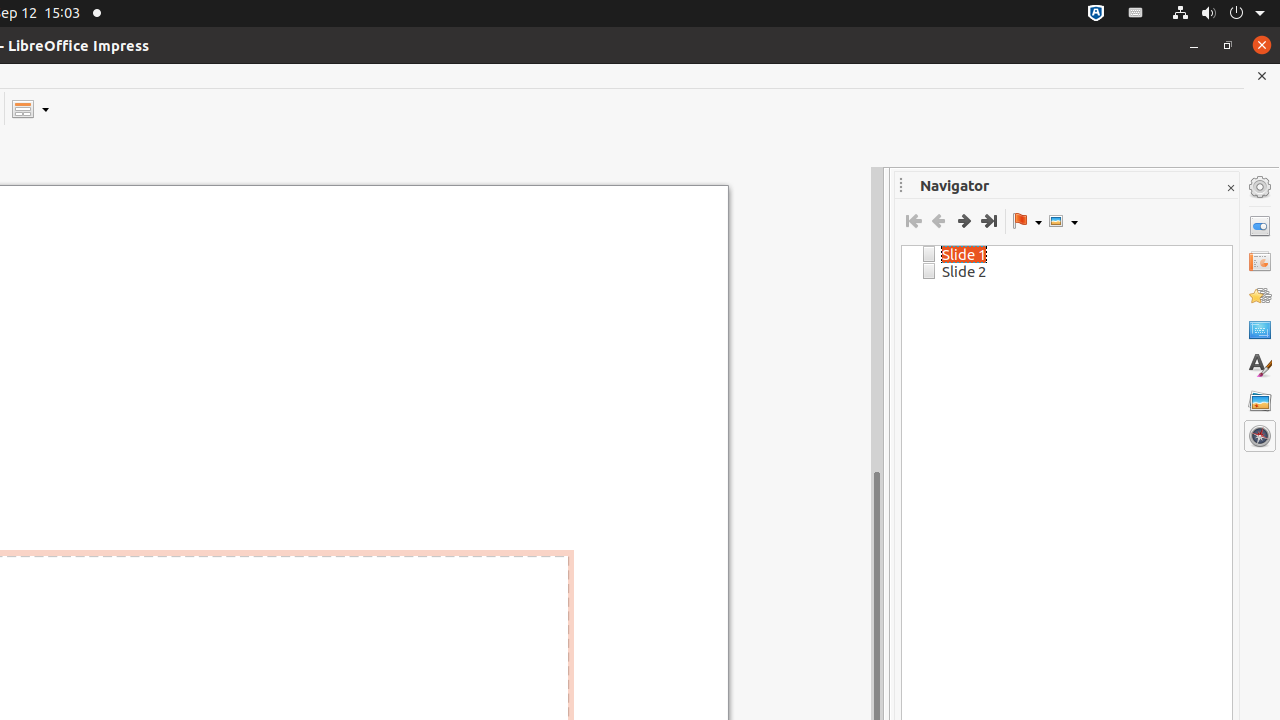  Describe the element at coordinates (1259, 225) in the screenshot. I see `'Properties'` at that location.